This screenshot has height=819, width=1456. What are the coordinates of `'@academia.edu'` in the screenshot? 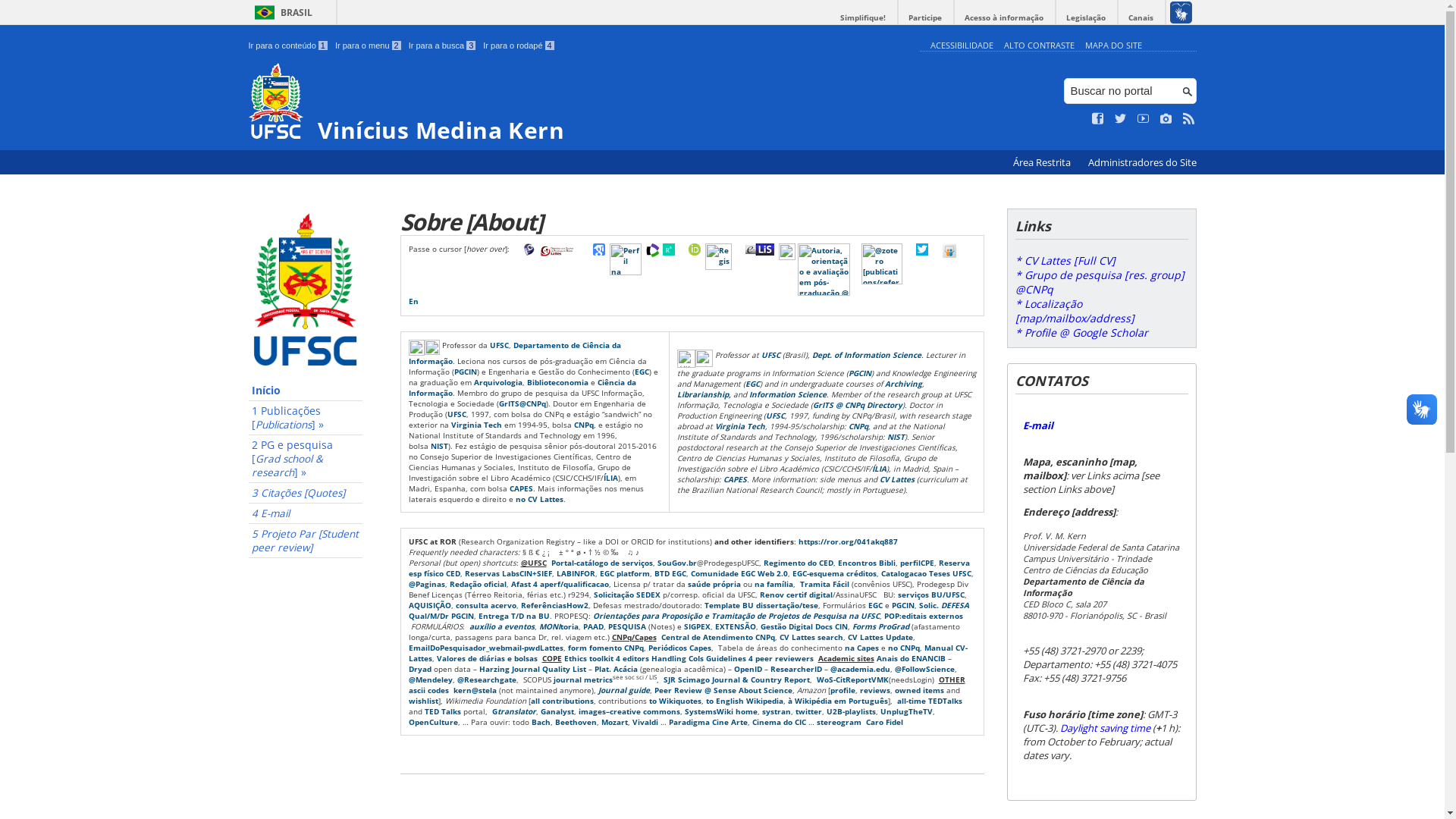 It's located at (829, 668).